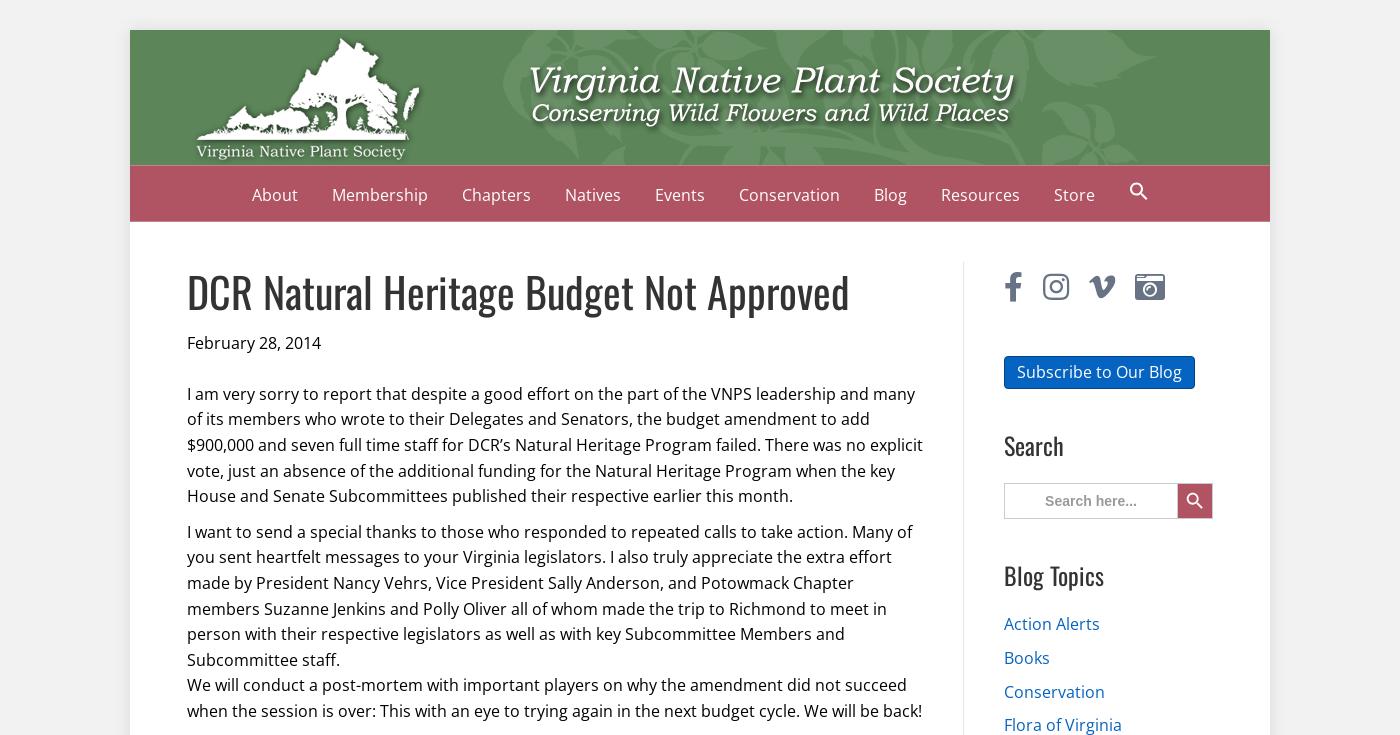 This screenshot has height=735, width=1400. I want to click on 'We will conduct a post-mortem with important players on why the amendment did not succeed when the session is over: This with an eye to trying again in the next budget cycle. We will be back!', so click(554, 697).